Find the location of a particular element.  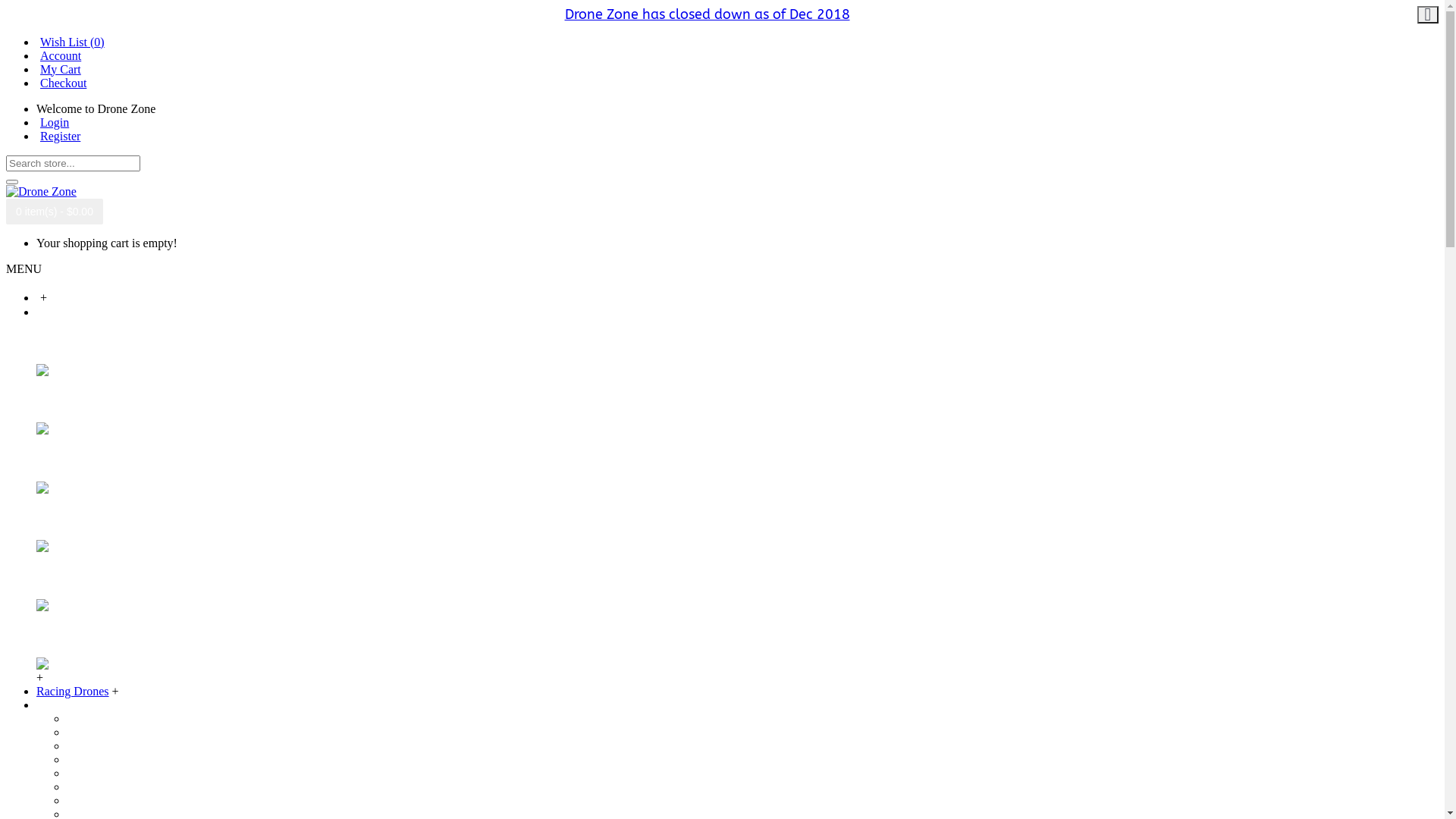

'DJI Spark' is located at coordinates (90, 717).